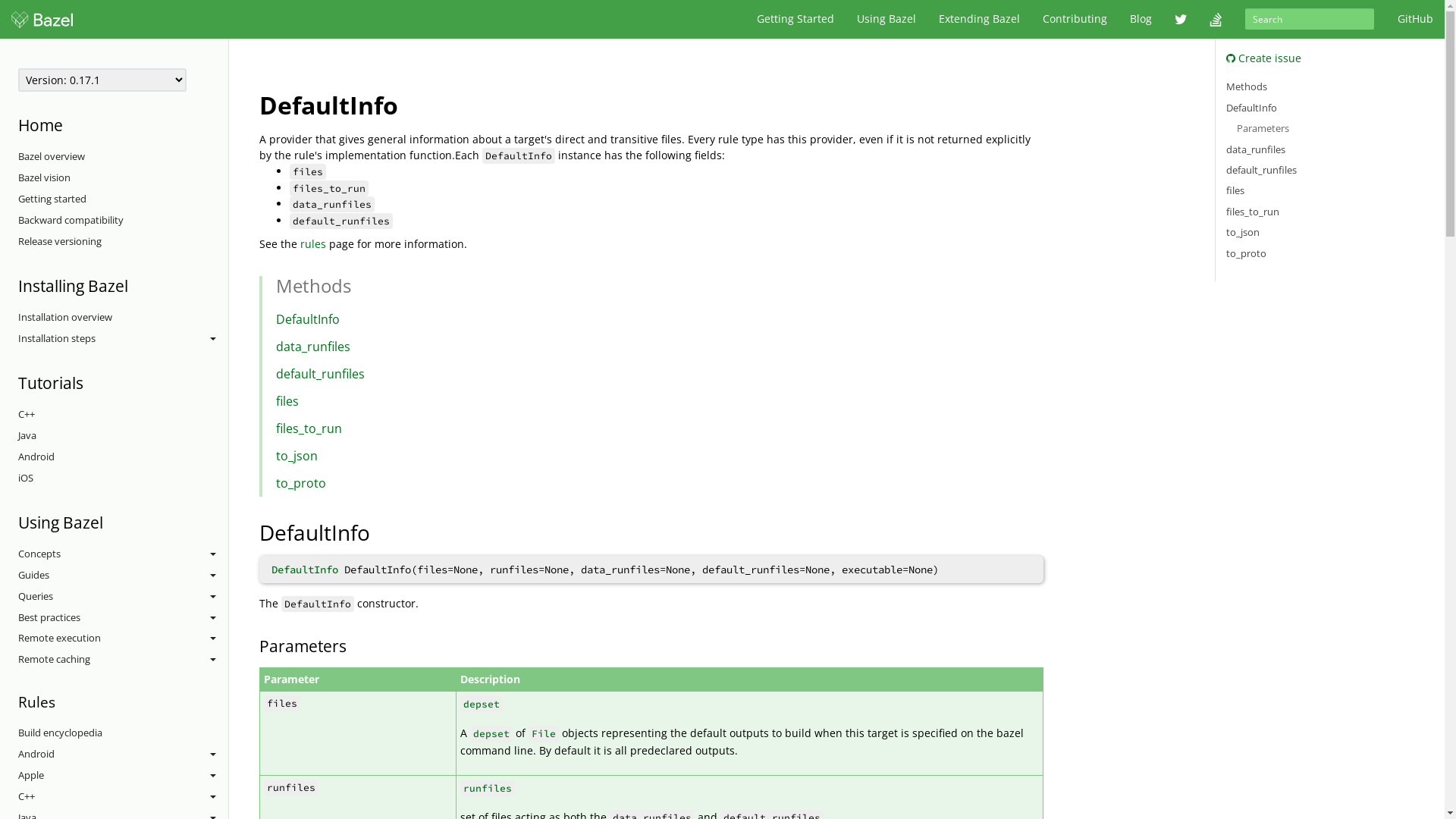 The image size is (1456, 819). Describe the element at coordinates (123, 554) in the screenshot. I see `'Concepts'` at that location.